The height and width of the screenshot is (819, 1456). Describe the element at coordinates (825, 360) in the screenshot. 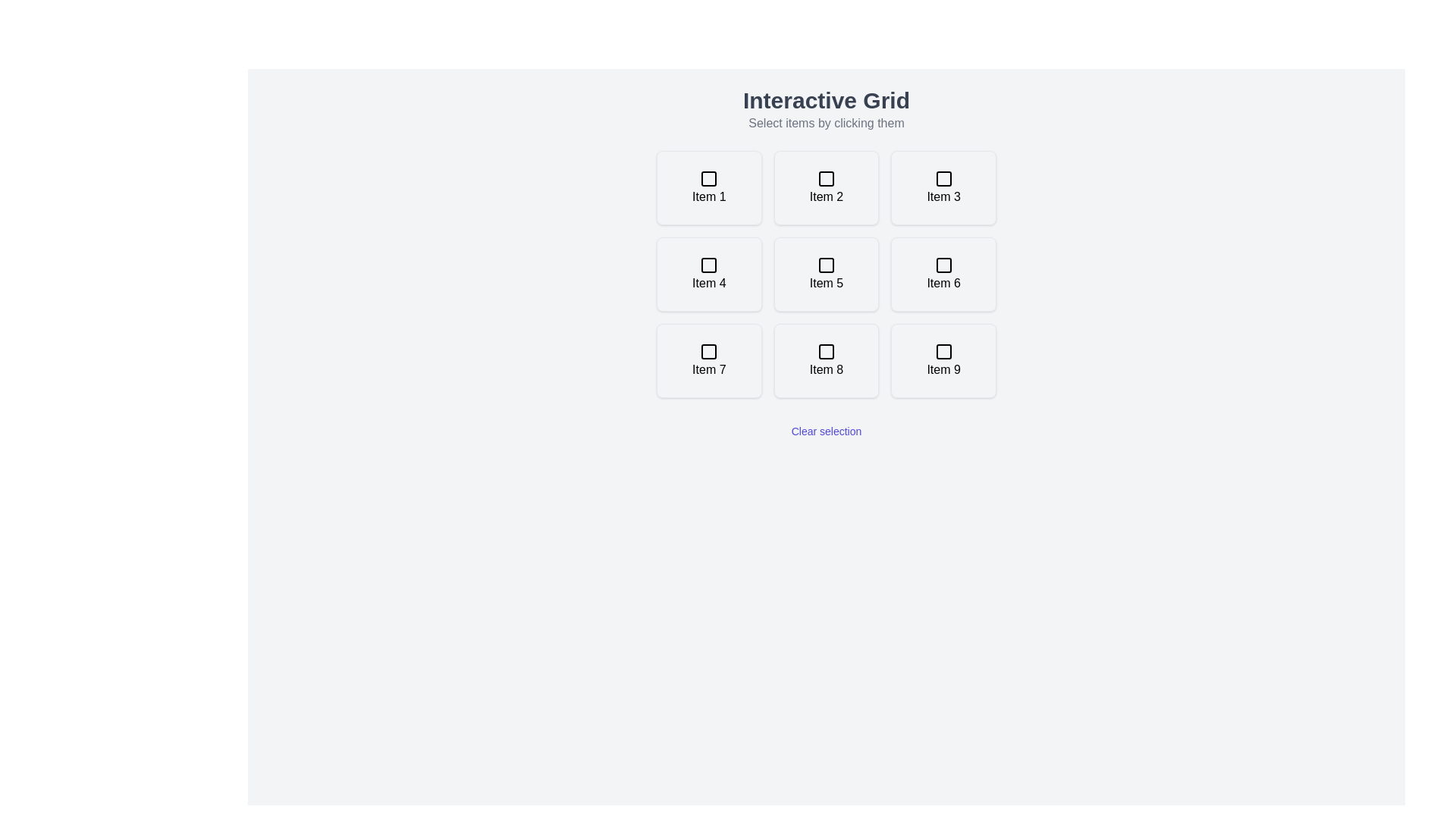

I see `the interactive button located in the third row and second column of the grid` at that location.